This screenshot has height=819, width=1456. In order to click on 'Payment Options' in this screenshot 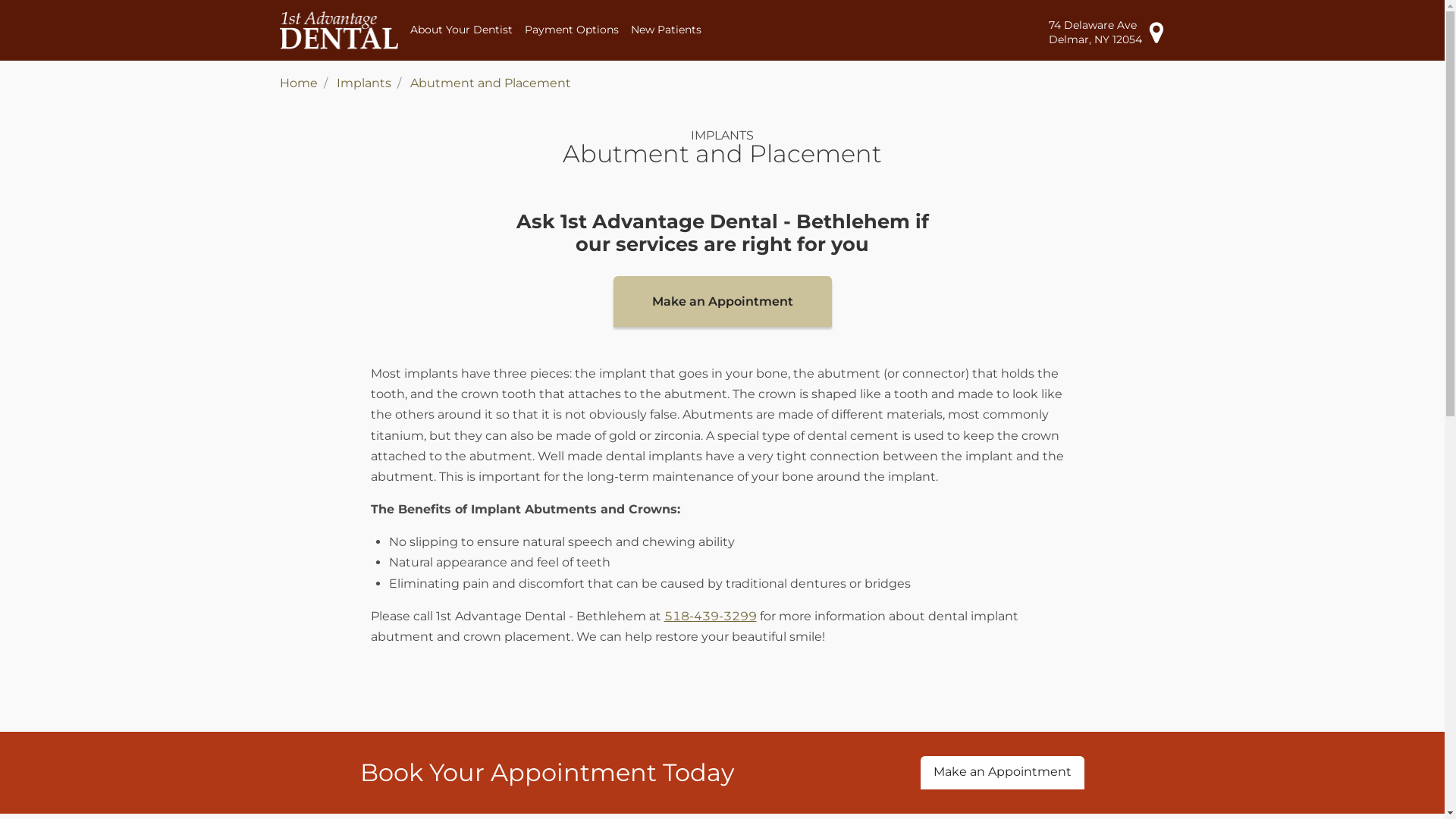, I will do `click(570, 30)`.